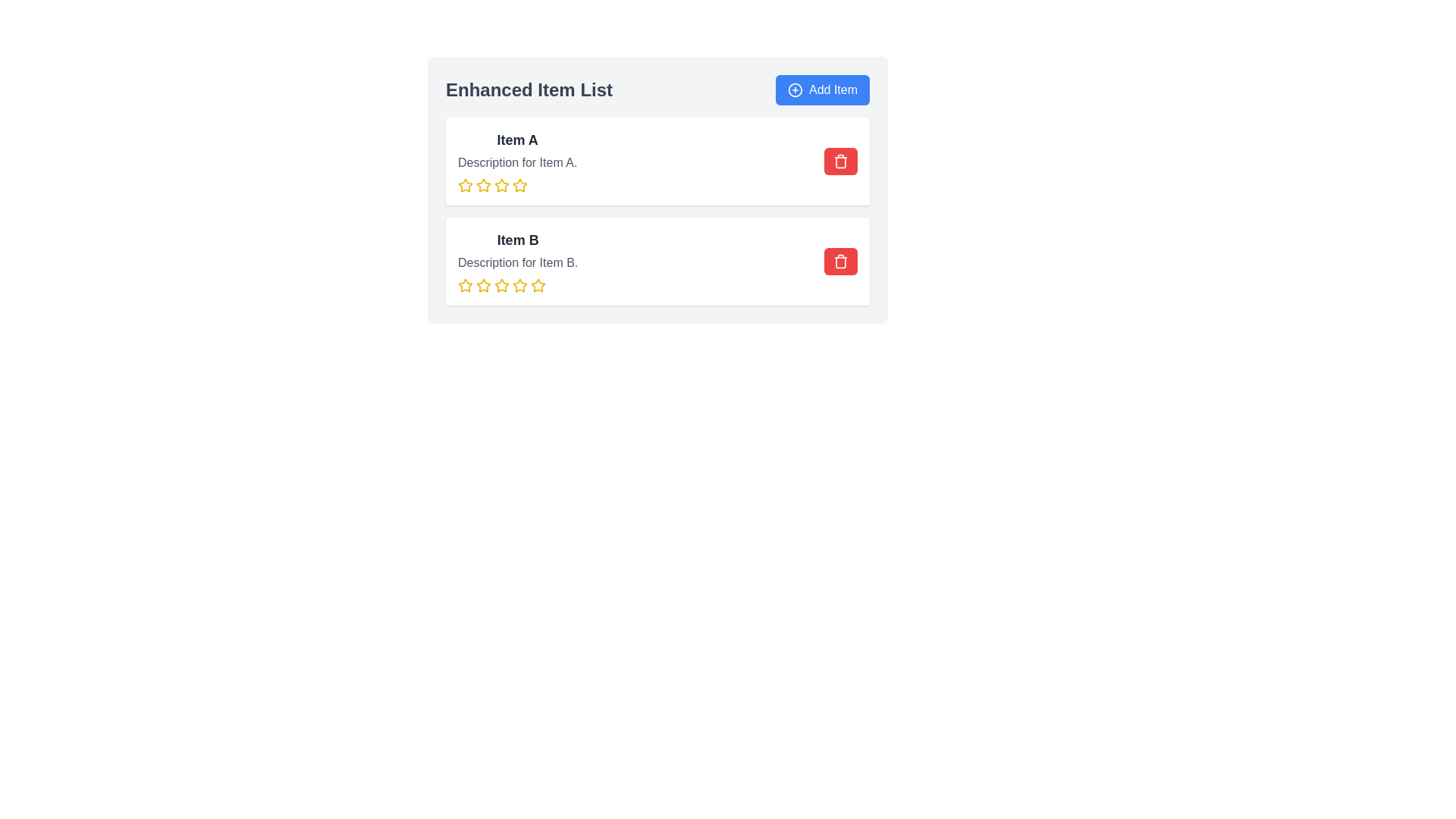  I want to click on the fifth yellow outline star icon in the rating row for 'Item B', located below its description text, so click(538, 285).